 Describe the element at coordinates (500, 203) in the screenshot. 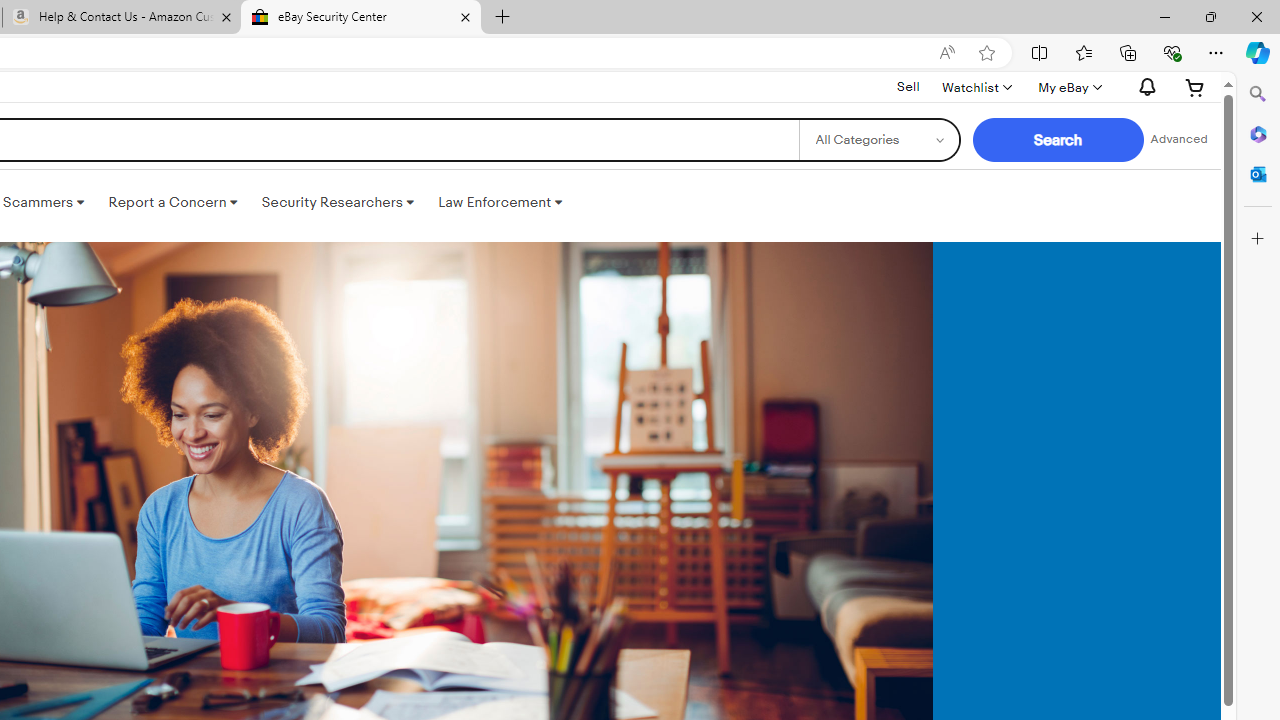

I see `'Law Enforcement '` at that location.